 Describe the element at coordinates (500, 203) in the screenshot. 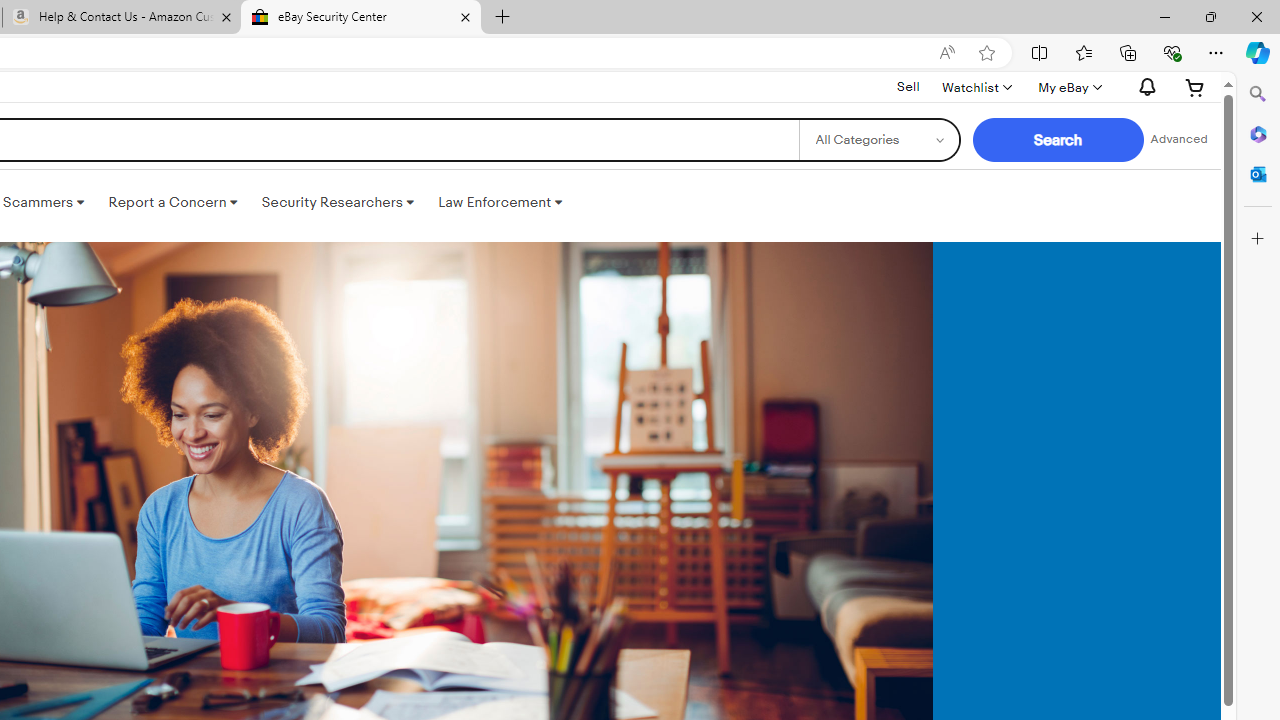

I see `'Law Enforcement '` at that location.